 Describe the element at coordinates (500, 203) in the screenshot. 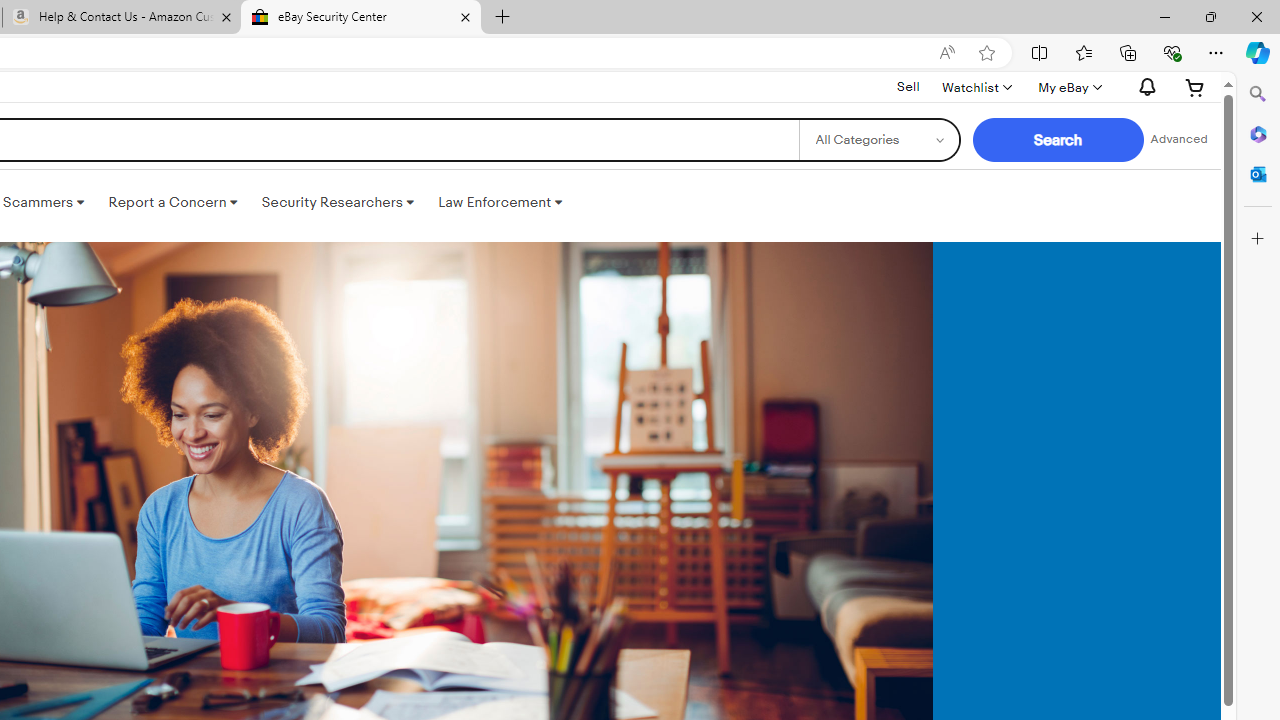

I see `'Law Enforcement '` at that location.